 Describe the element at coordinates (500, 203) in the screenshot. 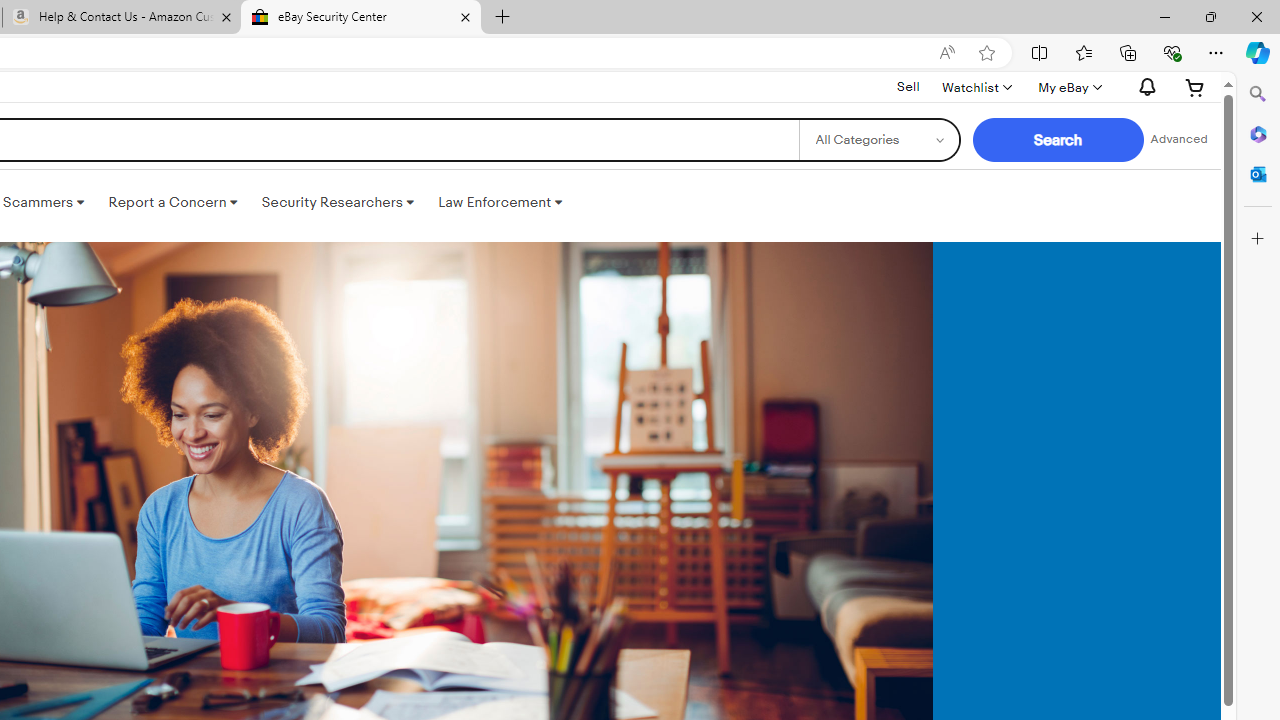

I see `'Law Enforcement '` at that location.